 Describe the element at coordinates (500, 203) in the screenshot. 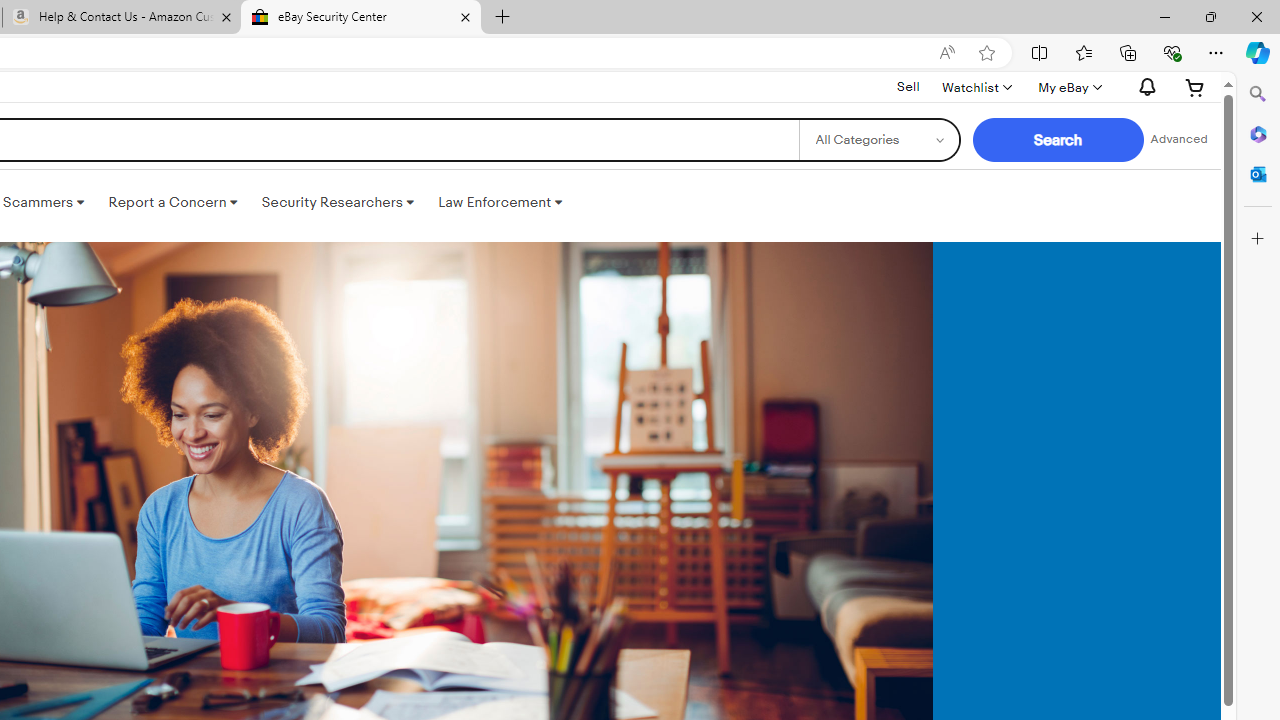

I see `'Law Enforcement '` at that location.